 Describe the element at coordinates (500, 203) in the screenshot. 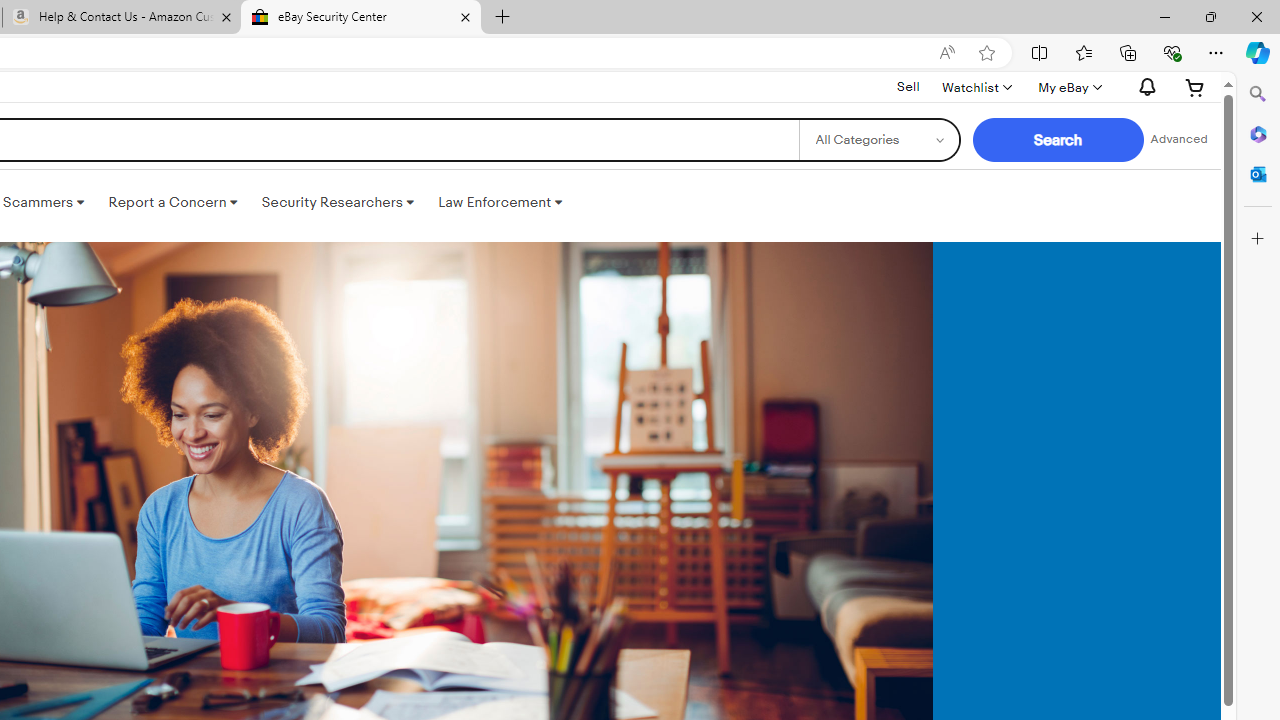

I see `'Law Enforcement '` at that location.